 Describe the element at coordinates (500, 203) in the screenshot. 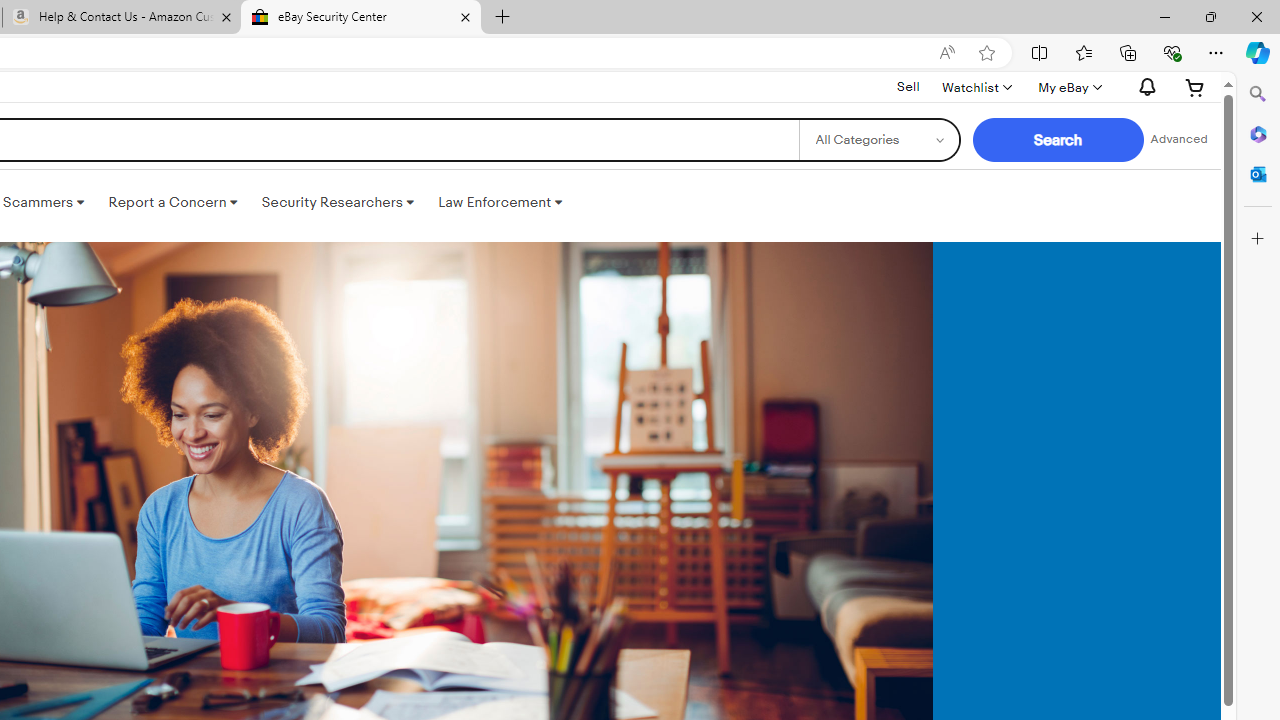

I see `'Law Enforcement '` at that location.